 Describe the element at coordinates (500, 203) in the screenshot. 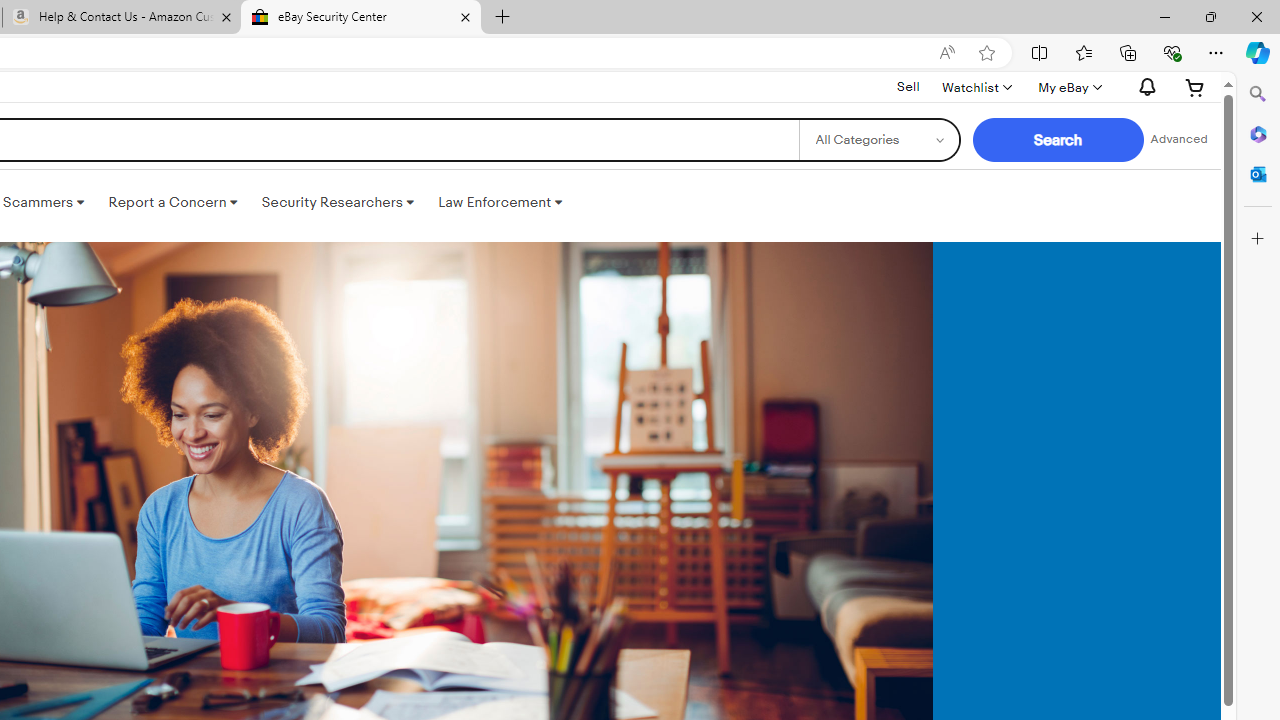

I see `'Law Enforcement '` at that location.